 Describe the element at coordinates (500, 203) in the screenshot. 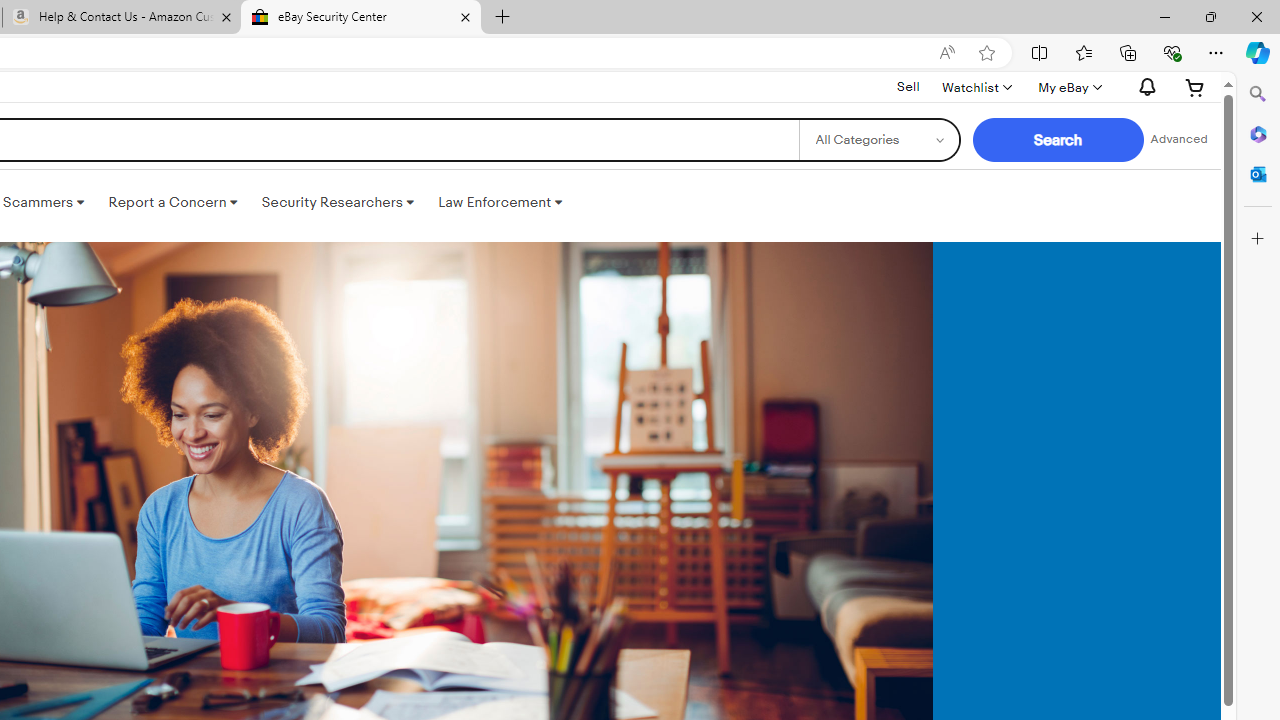

I see `'Law Enforcement '` at that location.